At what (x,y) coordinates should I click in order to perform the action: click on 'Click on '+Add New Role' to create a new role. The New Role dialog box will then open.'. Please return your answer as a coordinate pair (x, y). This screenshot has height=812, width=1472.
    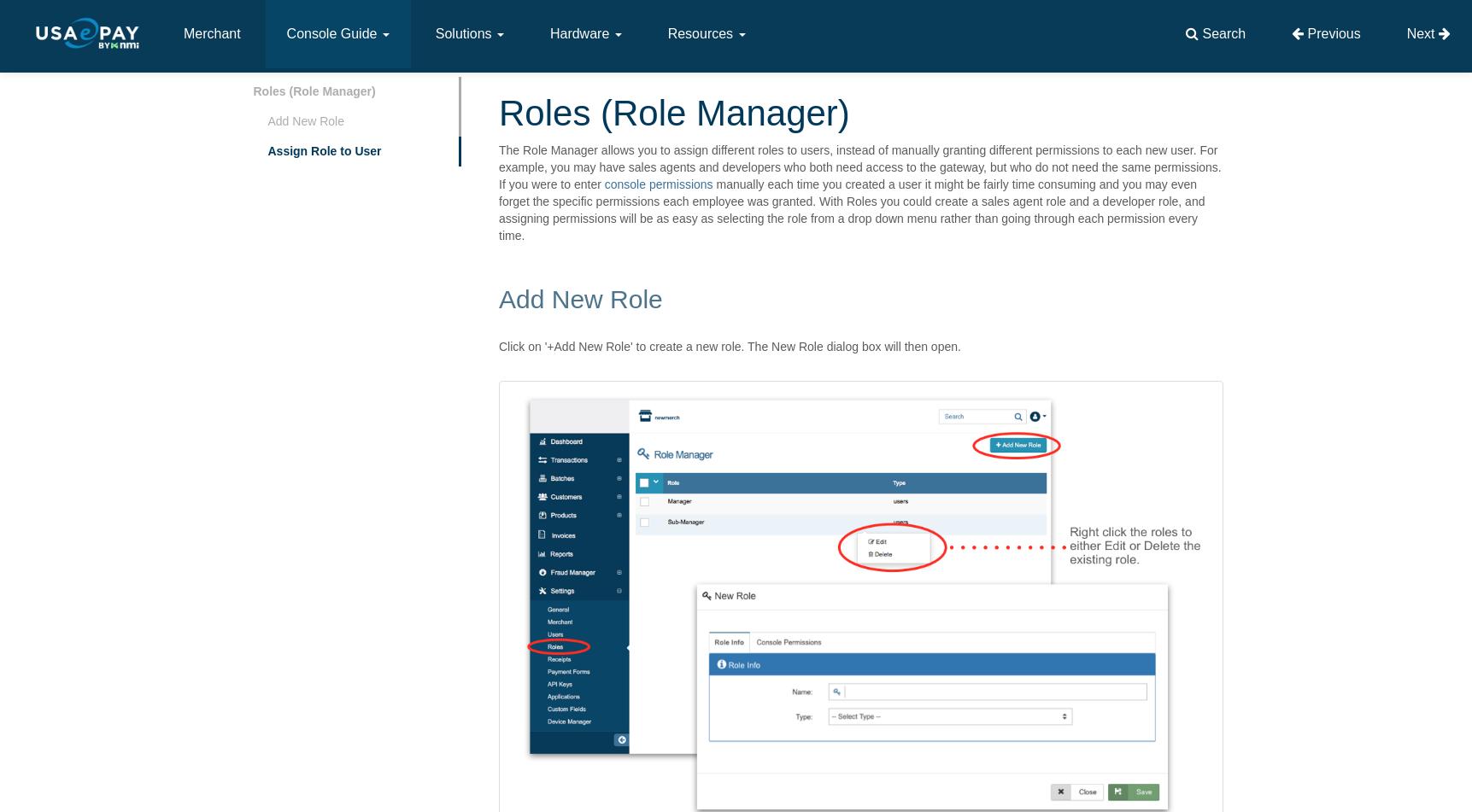
    Looking at the image, I should click on (729, 346).